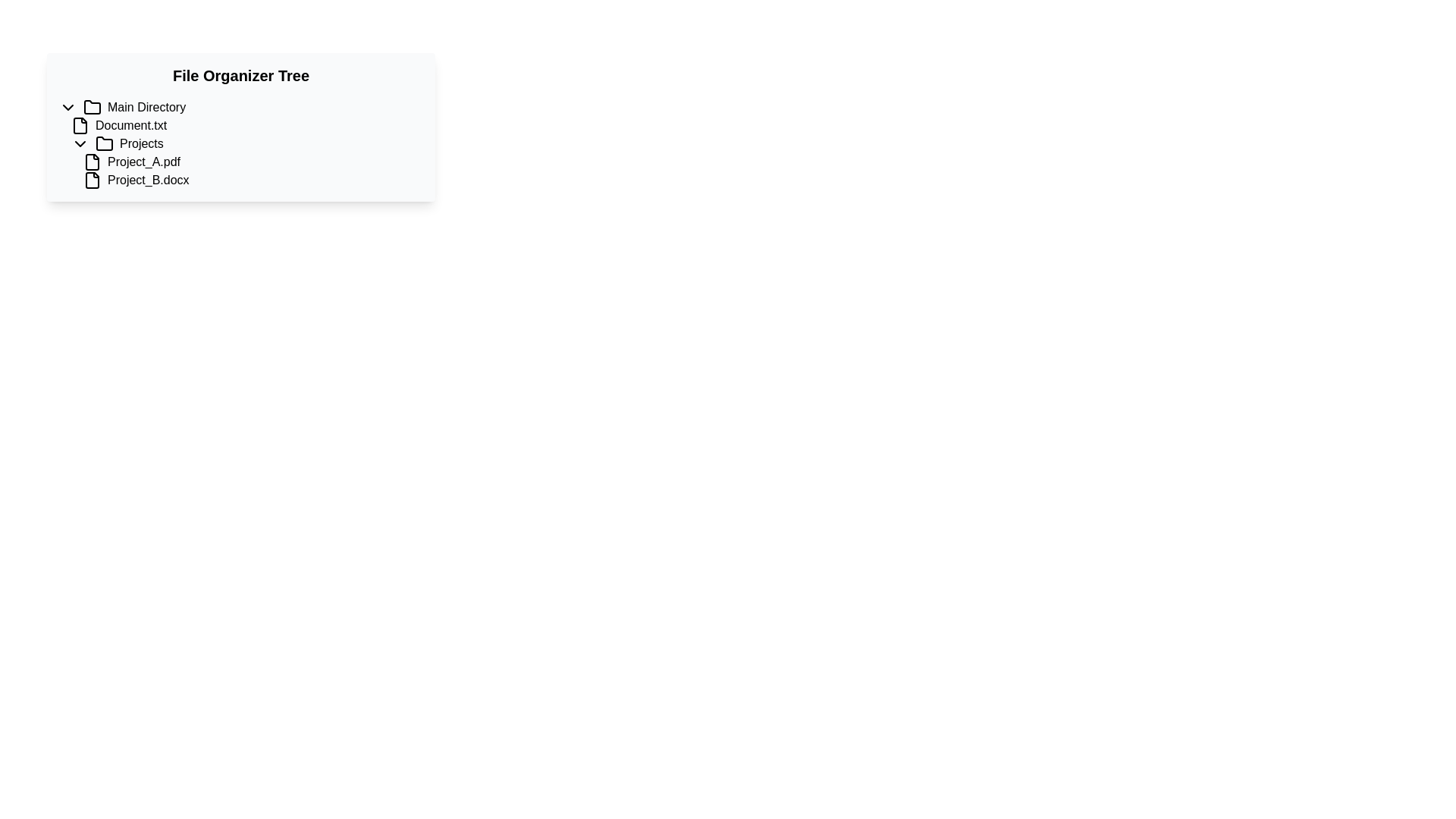 The width and height of the screenshot is (1456, 819). I want to click on the document file type icon that is positioned directly to the left of the label 'Document.txt', so click(79, 124).